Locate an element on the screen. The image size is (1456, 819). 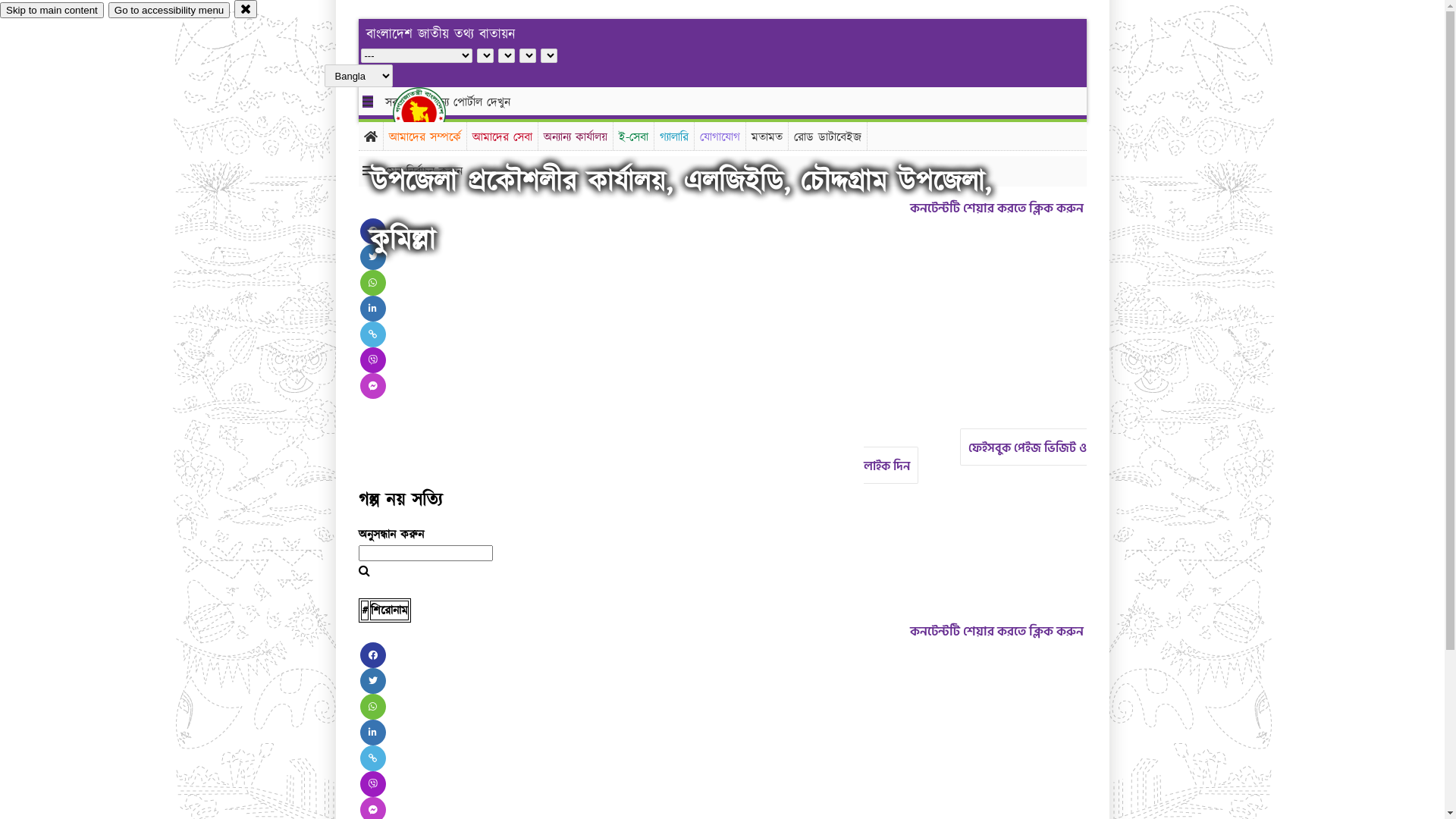
' is located at coordinates (431, 112).